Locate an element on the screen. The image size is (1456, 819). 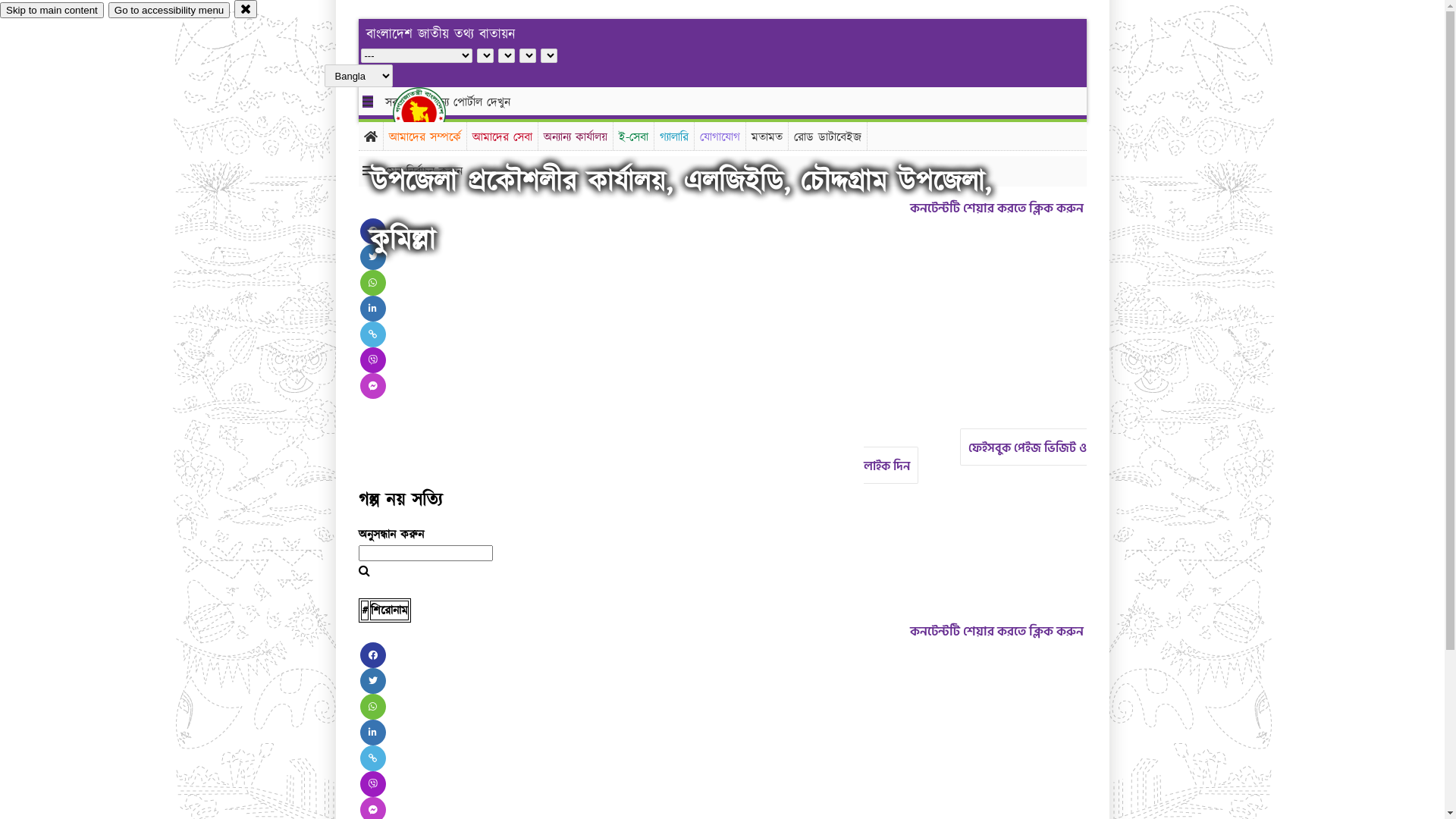
' is located at coordinates (431, 112).